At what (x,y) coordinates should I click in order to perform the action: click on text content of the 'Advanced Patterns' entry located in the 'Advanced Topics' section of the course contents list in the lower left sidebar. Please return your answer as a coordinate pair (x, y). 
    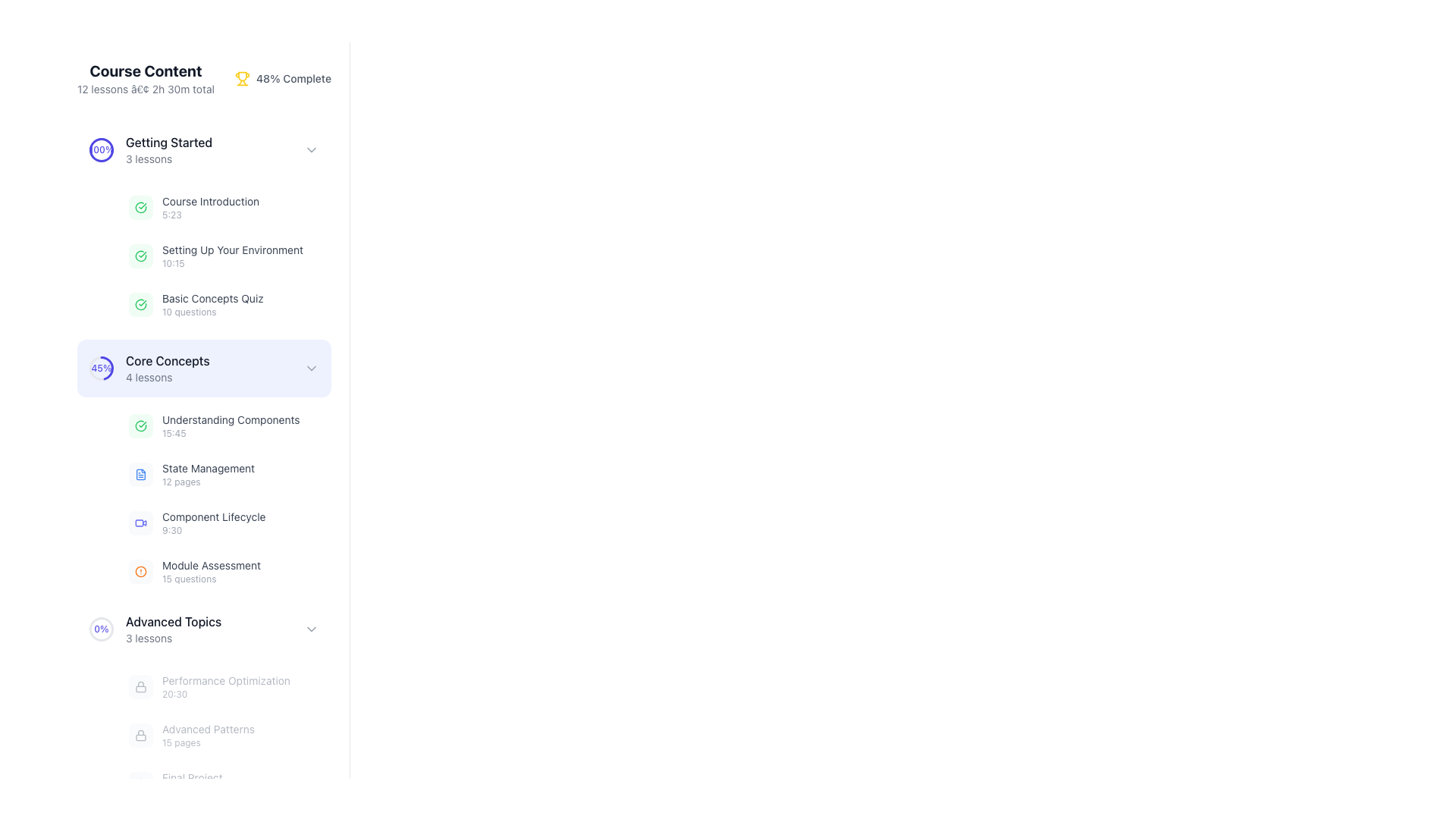
    Looking at the image, I should click on (207, 734).